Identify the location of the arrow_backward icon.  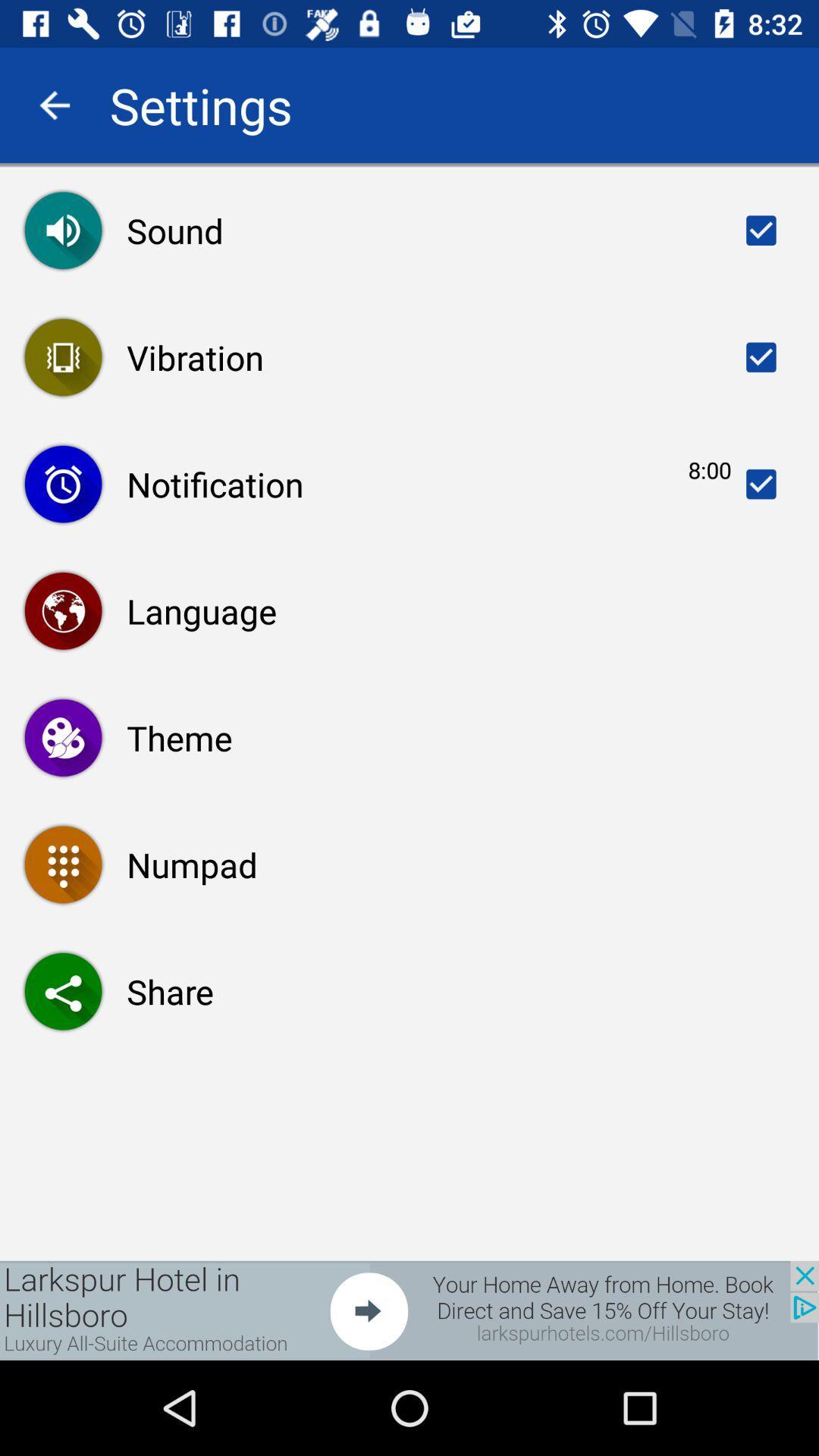
(54, 105).